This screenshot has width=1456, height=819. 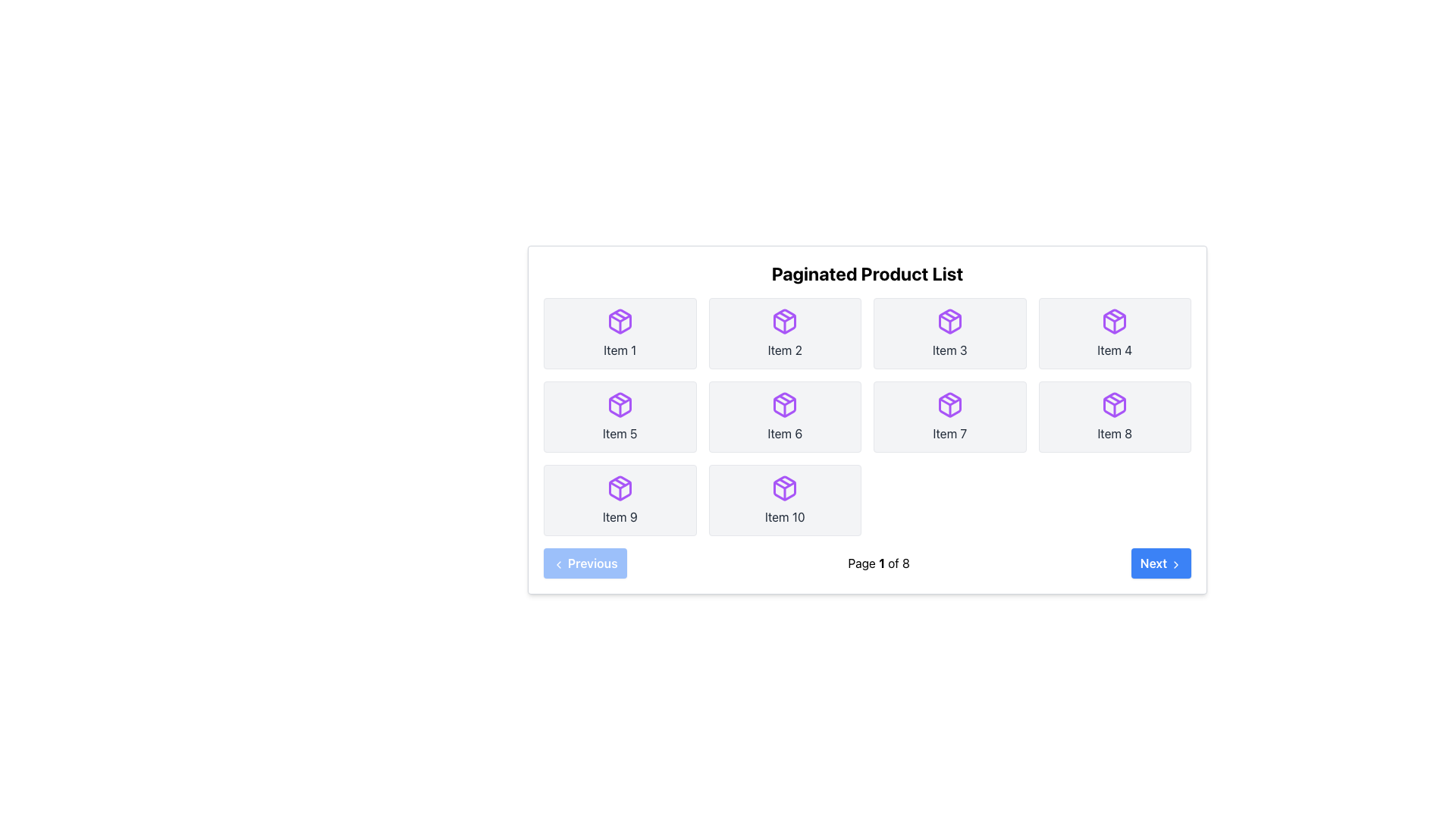 What do you see at coordinates (785, 332) in the screenshot?
I see `the second grid item card, which has a light gray background, rounded corners, and a purple package icon at the top with the text 'Item 2' below it` at bounding box center [785, 332].